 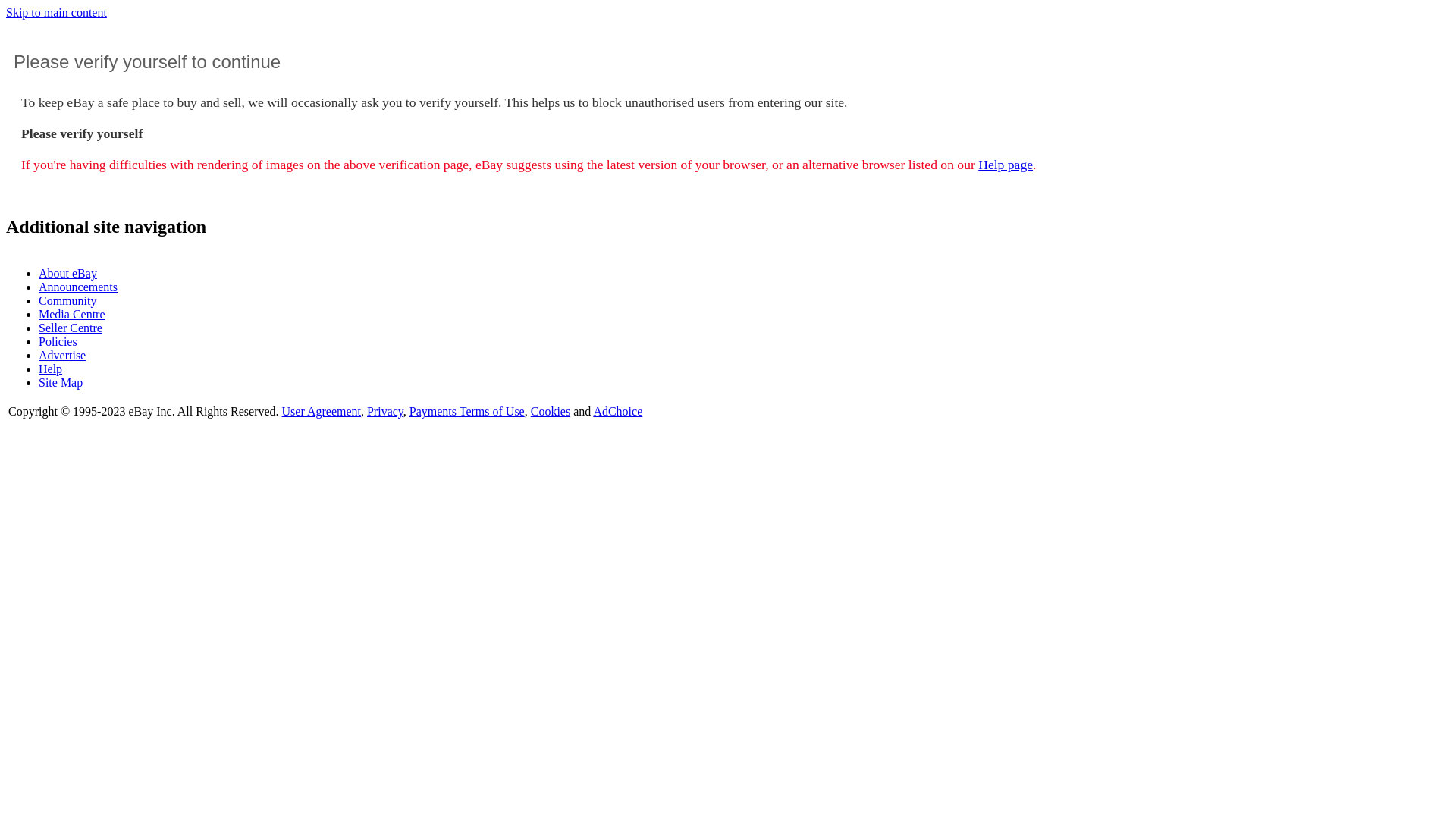 I want to click on 'Policies', so click(x=58, y=341).